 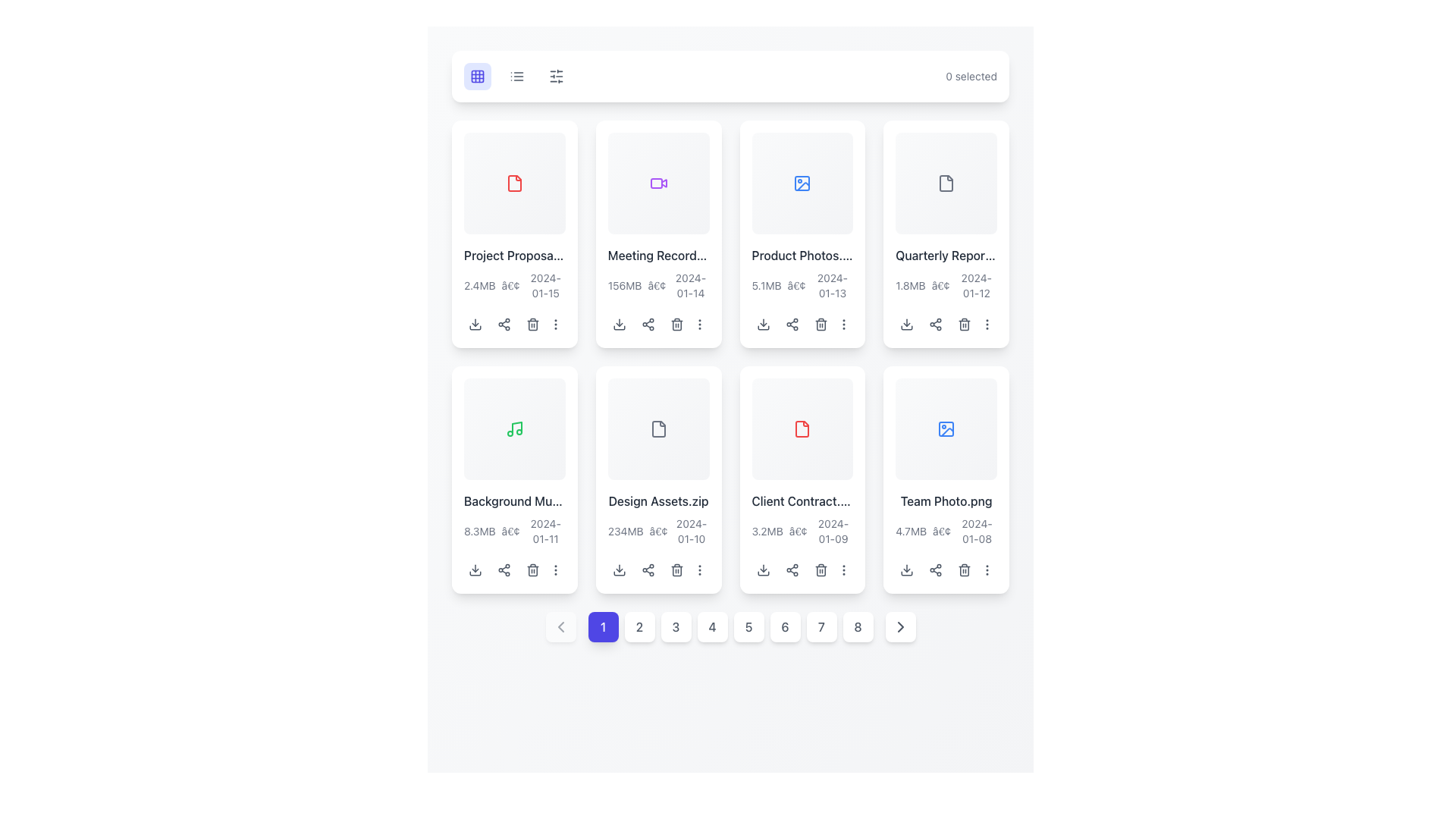 What do you see at coordinates (676, 325) in the screenshot?
I see `the Trash Can Body icon, which is a rectangular component styled as part of an SVG trash can icon located beneath the second item in the top row of the grid layout` at bounding box center [676, 325].